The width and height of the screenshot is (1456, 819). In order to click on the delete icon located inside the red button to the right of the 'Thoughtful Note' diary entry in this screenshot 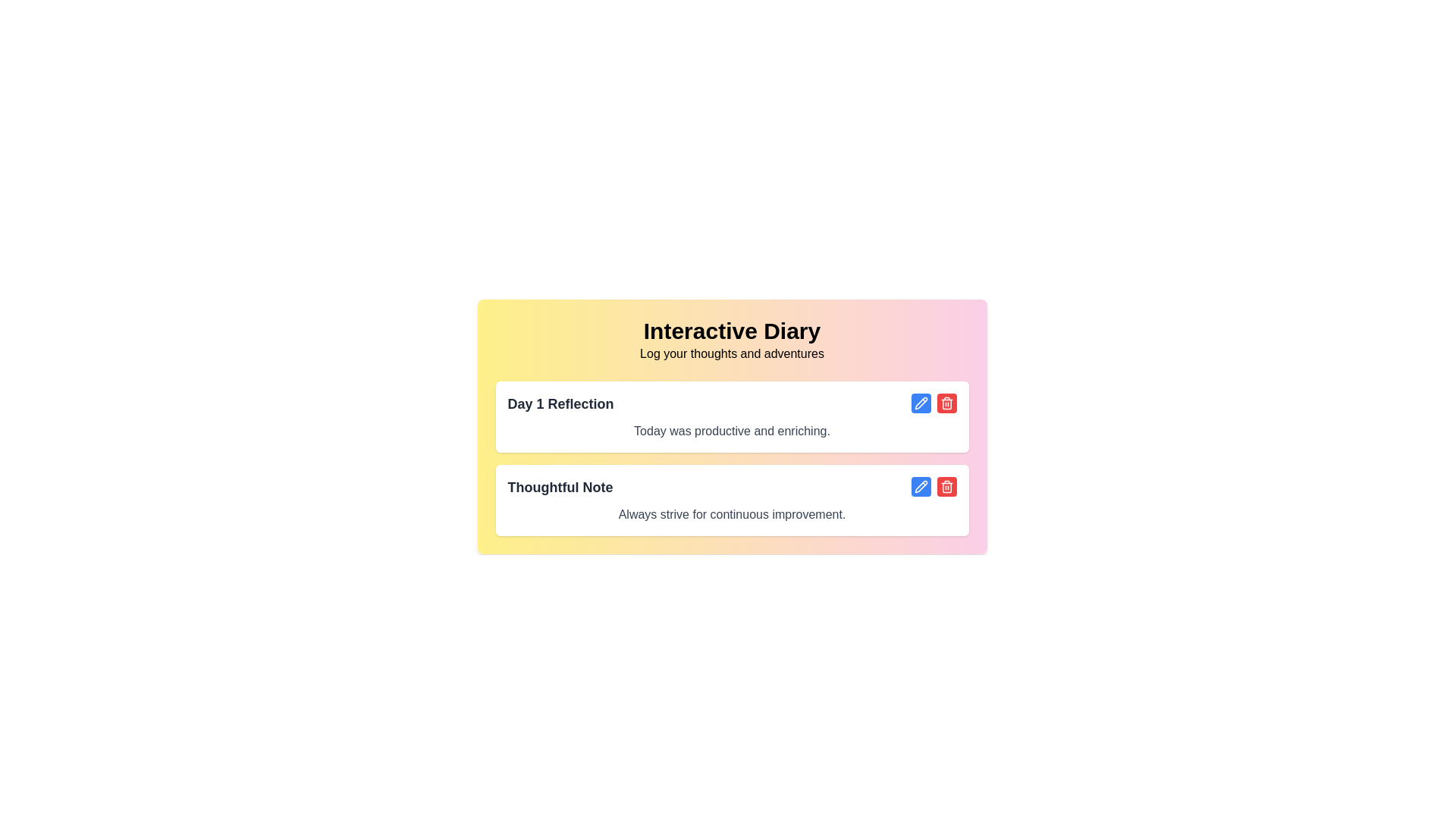, I will do `click(946, 486)`.